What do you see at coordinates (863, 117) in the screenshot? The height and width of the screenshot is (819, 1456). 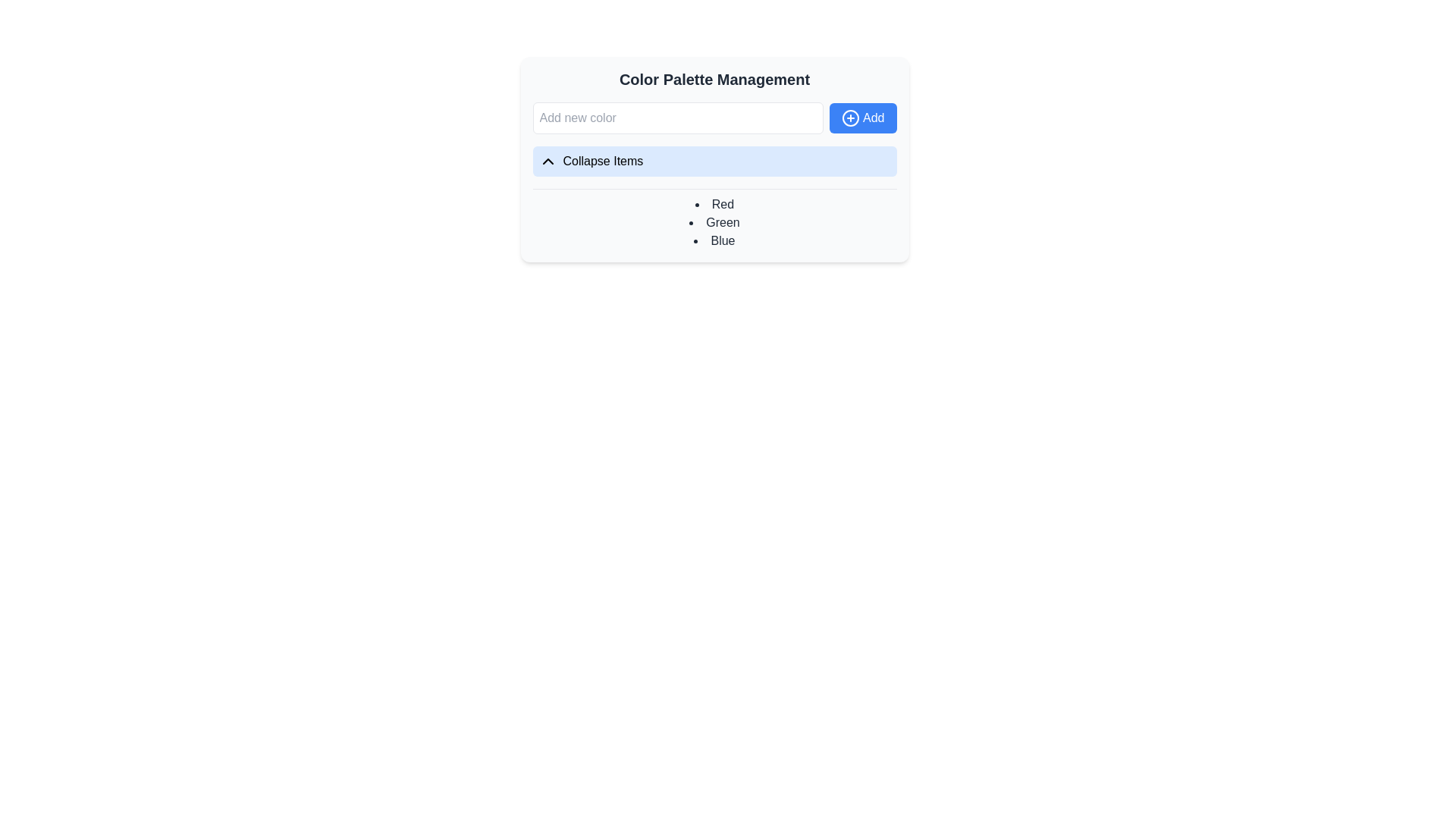 I see `the 'Add' button, which is a blue rectangular button with white text and a circle-plus icon, located to the right of the 'Add new color' text input field` at bounding box center [863, 117].